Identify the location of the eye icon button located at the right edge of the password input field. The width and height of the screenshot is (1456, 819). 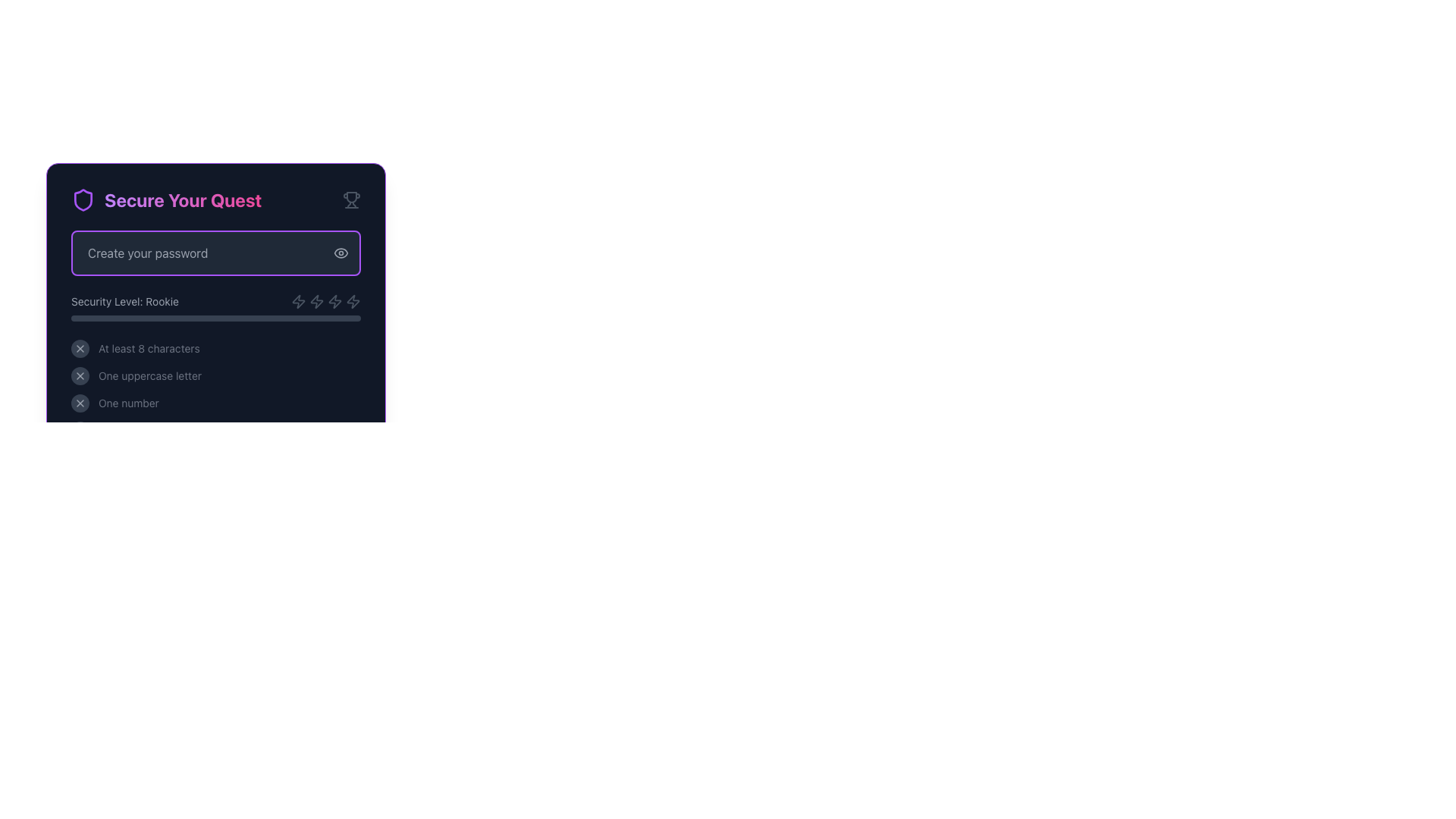
(340, 253).